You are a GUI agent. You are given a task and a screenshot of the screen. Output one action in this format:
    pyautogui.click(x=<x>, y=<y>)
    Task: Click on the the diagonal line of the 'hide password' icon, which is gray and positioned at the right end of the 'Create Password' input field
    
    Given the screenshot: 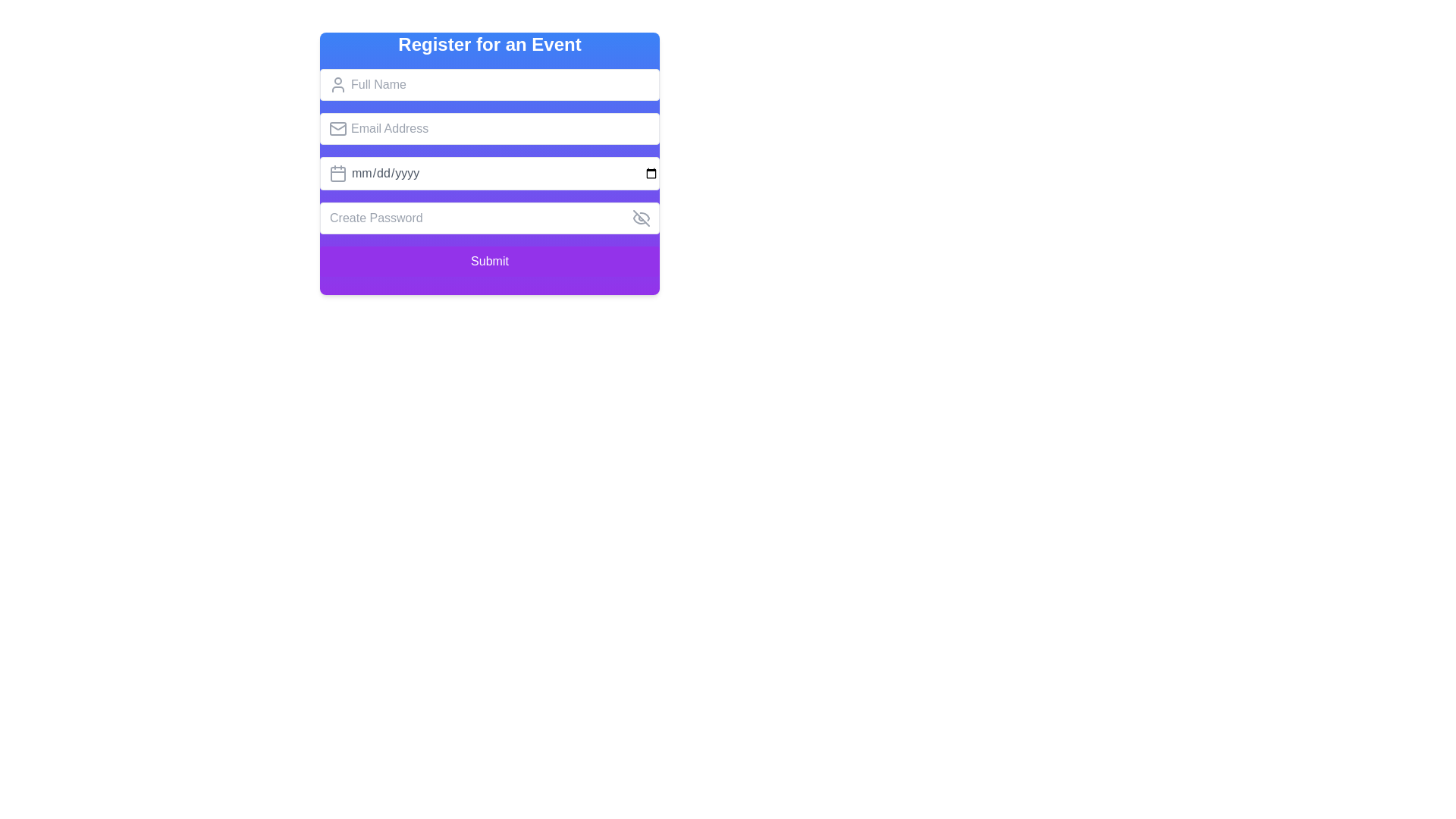 What is the action you would take?
    pyautogui.click(x=641, y=218)
    